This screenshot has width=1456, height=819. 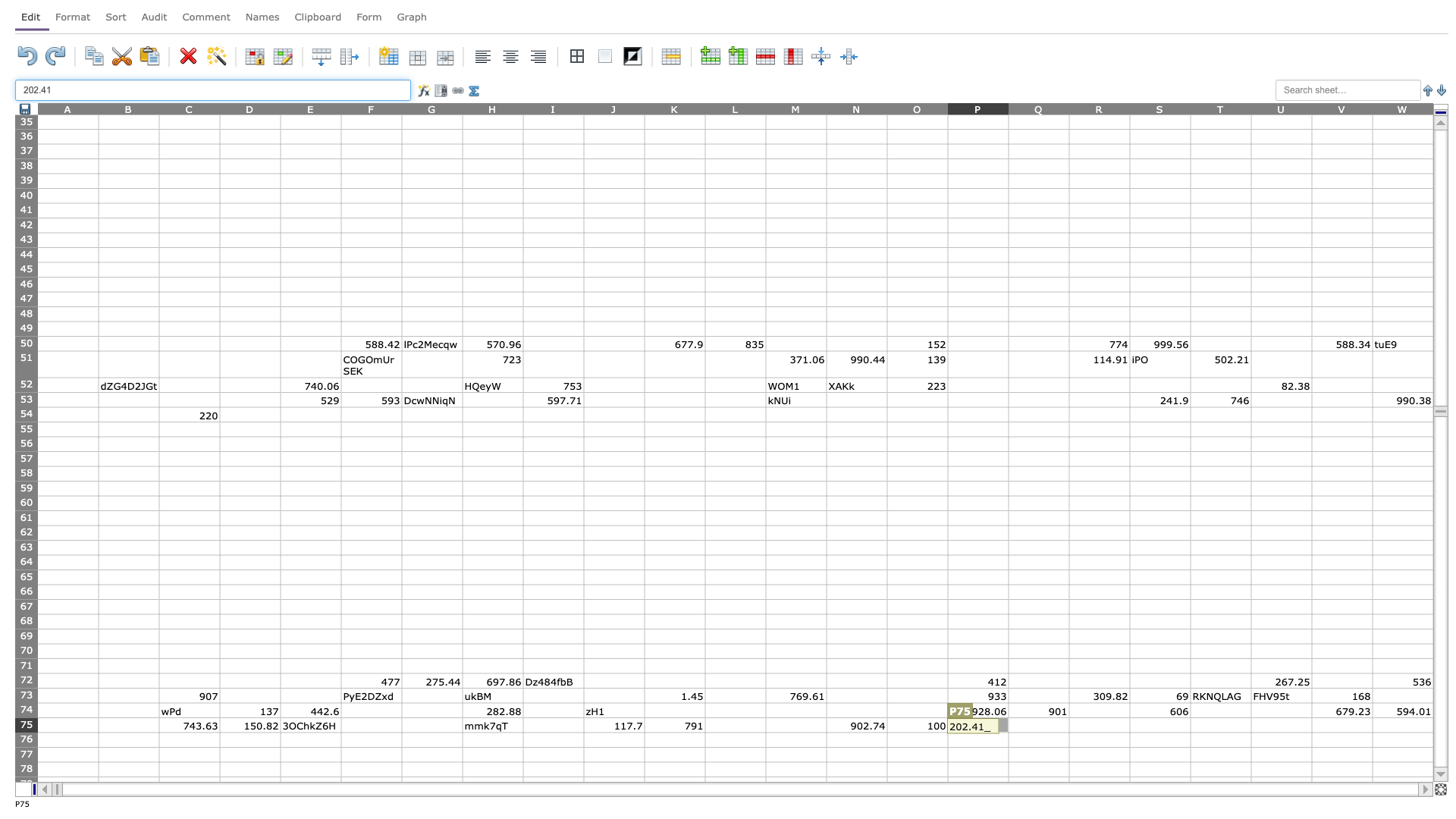 What do you see at coordinates (1129, 717) in the screenshot?
I see `top left at column S row 75` at bounding box center [1129, 717].